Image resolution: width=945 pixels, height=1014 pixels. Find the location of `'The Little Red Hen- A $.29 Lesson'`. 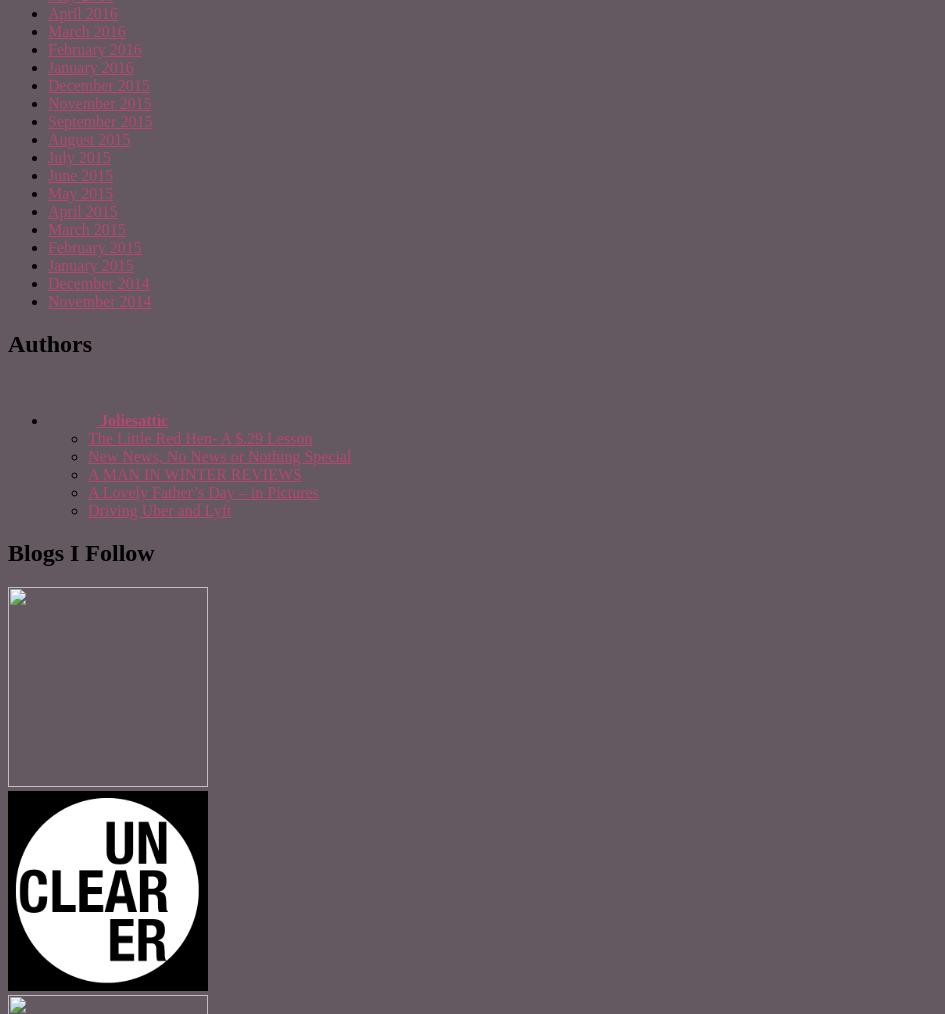

'The Little Red Hen- A $.29 Lesson' is located at coordinates (199, 438).